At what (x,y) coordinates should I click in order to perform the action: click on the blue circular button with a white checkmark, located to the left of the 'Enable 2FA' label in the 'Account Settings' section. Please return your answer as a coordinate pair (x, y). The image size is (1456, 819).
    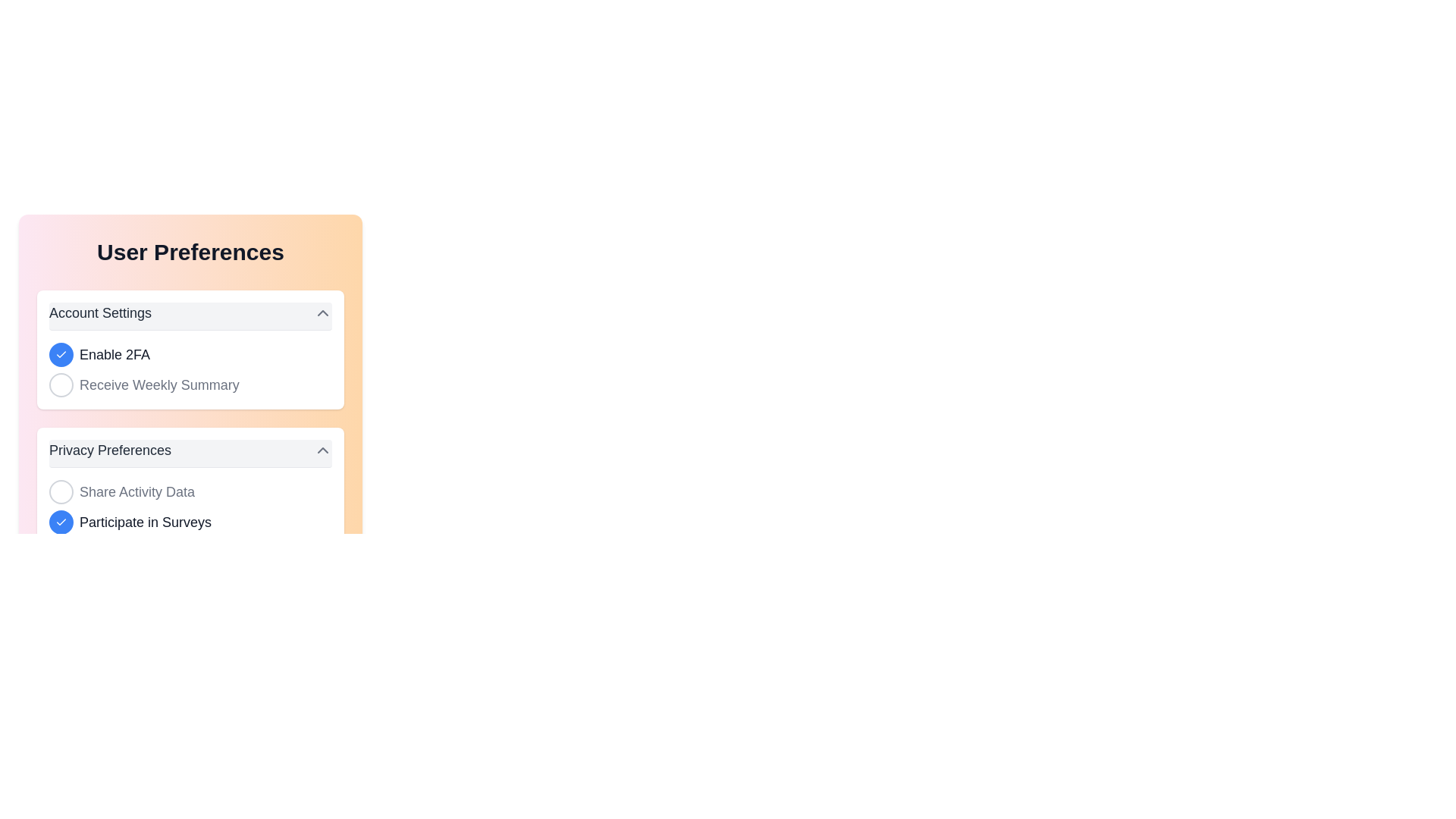
    Looking at the image, I should click on (61, 354).